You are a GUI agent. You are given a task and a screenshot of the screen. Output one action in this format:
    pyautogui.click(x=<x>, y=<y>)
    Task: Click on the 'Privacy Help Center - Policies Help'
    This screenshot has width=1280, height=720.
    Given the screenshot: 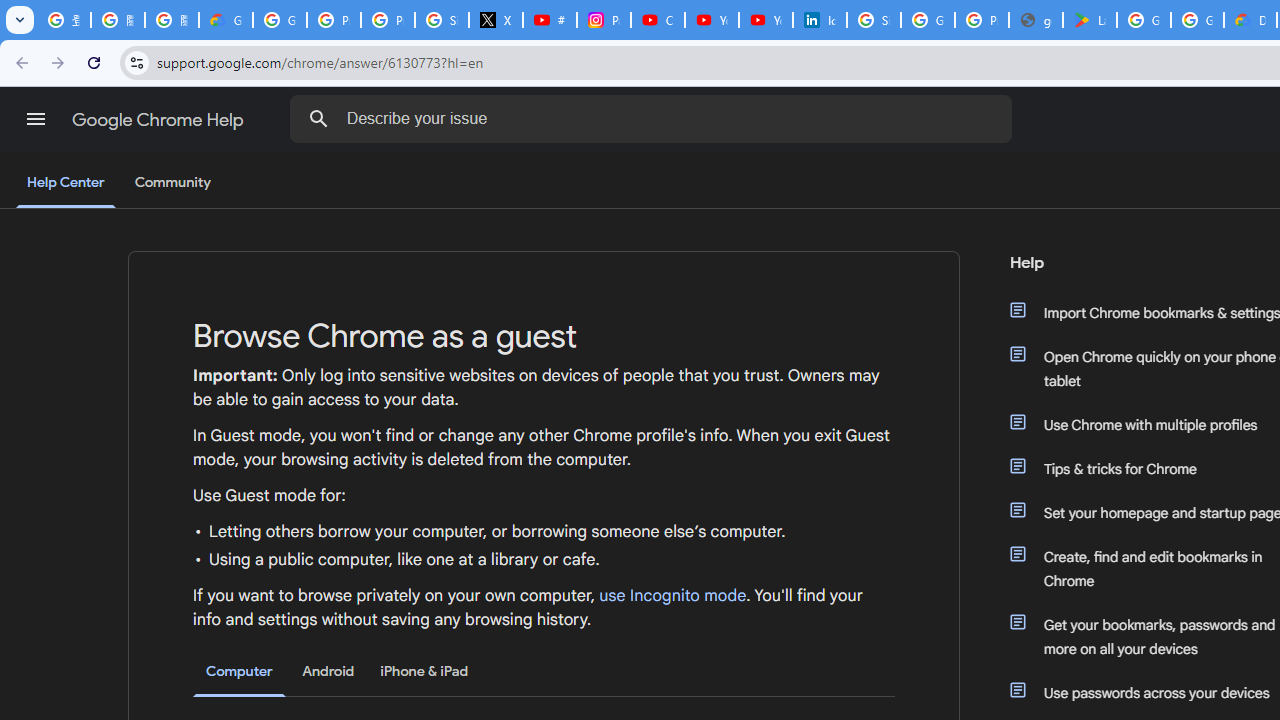 What is the action you would take?
    pyautogui.click(x=387, y=20)
    